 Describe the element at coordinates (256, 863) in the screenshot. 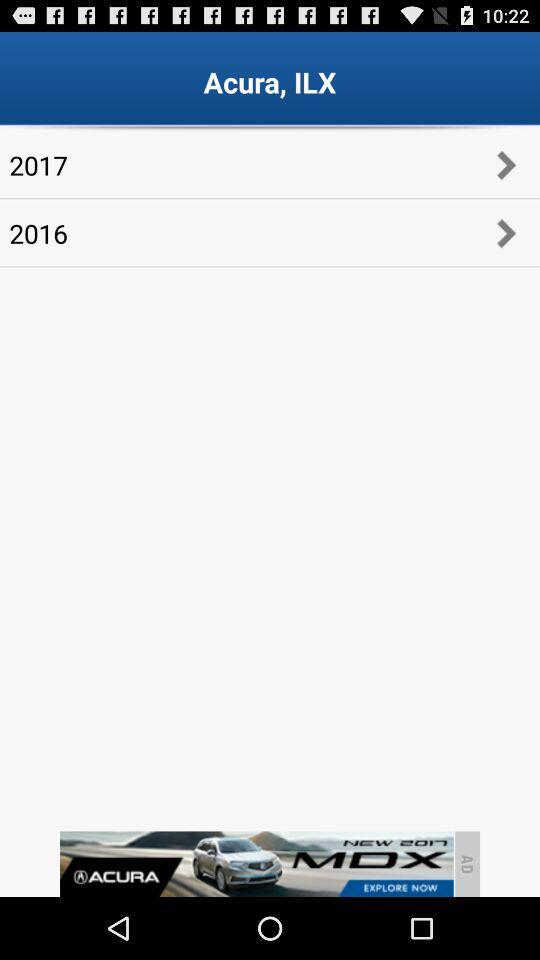

I see `open advertisement` at that location.